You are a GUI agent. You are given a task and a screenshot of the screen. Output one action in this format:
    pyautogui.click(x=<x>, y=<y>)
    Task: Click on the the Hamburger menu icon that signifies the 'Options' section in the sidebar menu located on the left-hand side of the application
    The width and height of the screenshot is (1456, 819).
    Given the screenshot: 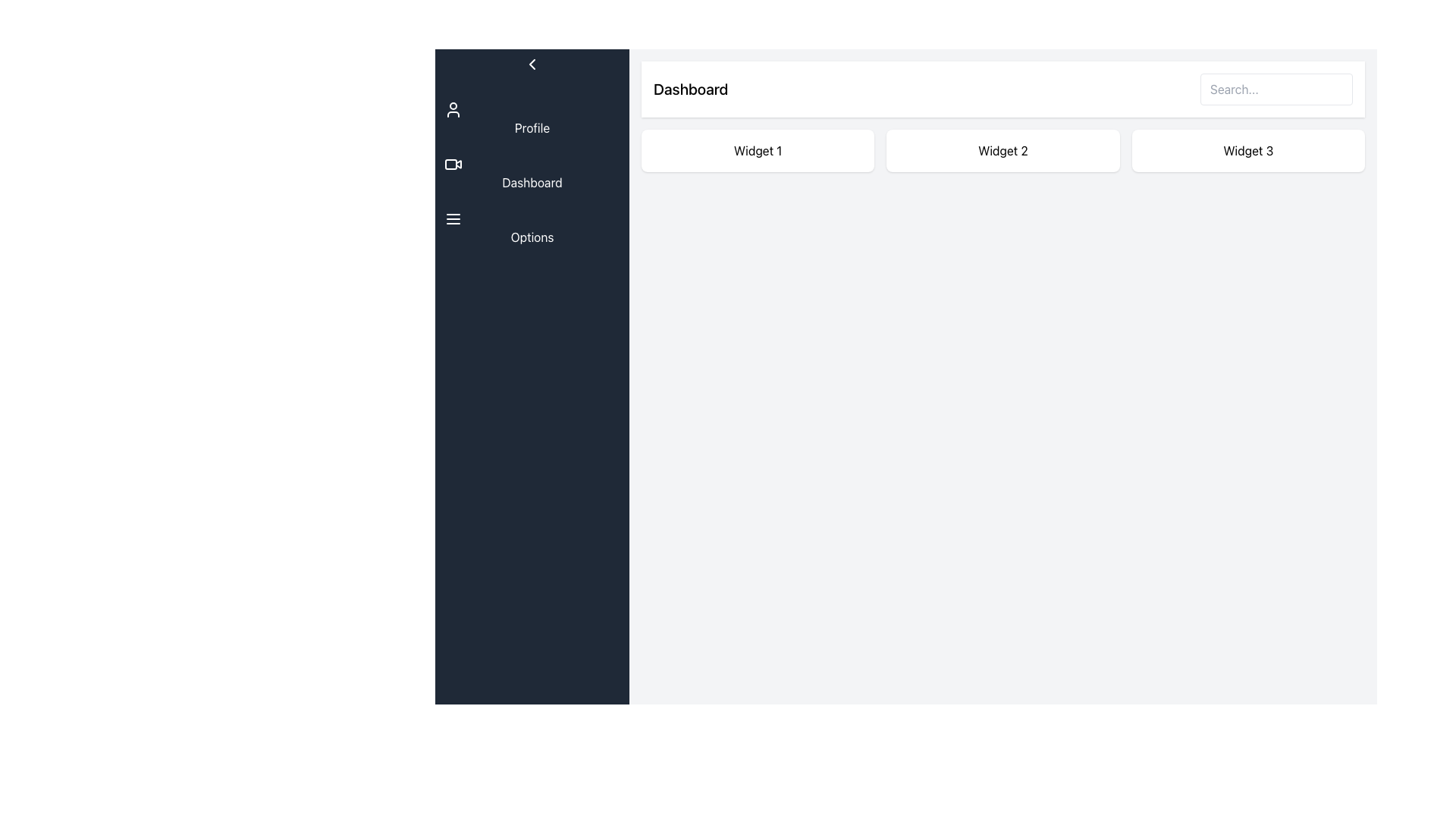 What is the action you would take?
    pyautogui.click(x=453, y=219)
    